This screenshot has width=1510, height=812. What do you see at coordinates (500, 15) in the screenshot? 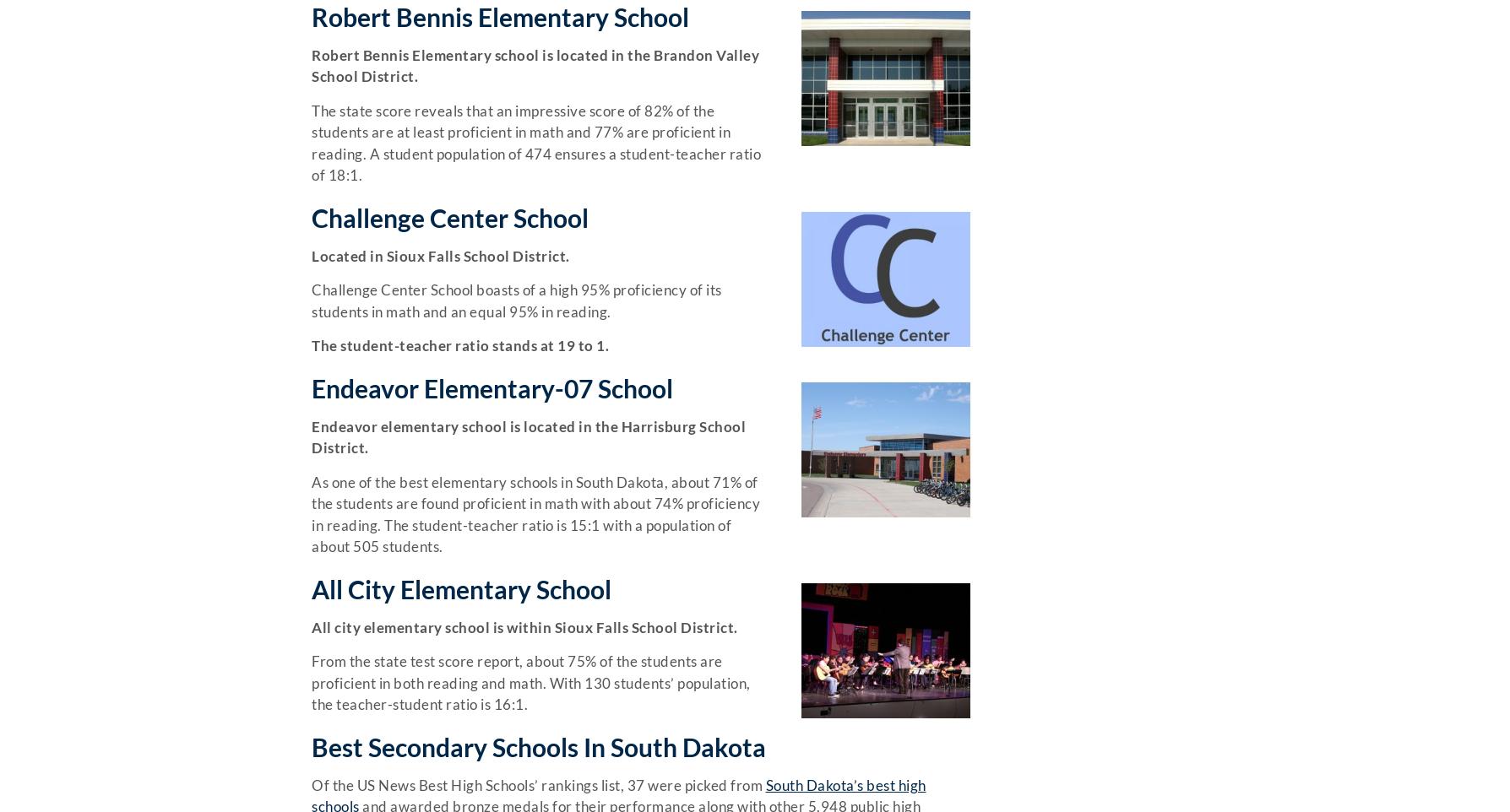
I see `'Robert Bennis Elementary School'` at bounding box center [500, 15].